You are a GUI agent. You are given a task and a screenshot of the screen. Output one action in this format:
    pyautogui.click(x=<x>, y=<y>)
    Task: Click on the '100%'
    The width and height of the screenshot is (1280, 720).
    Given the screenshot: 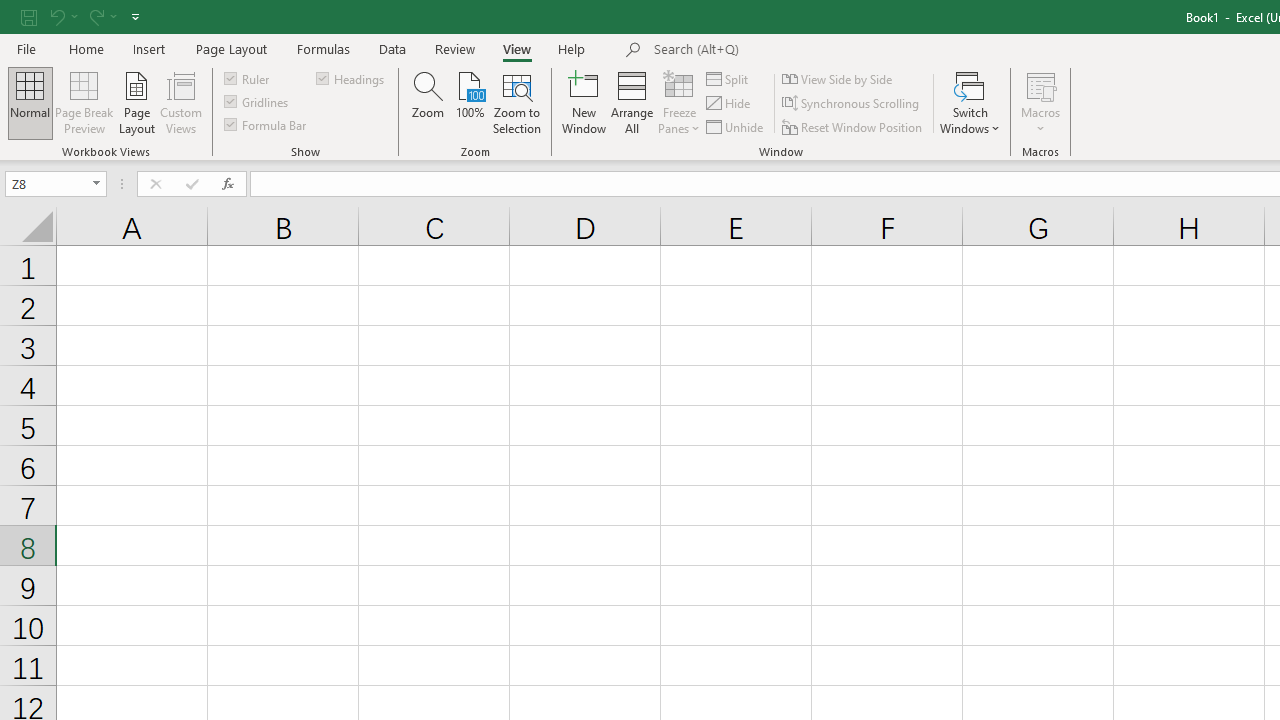 What is the action you would take?
    pyautogui.click(x=469, y=103)
    